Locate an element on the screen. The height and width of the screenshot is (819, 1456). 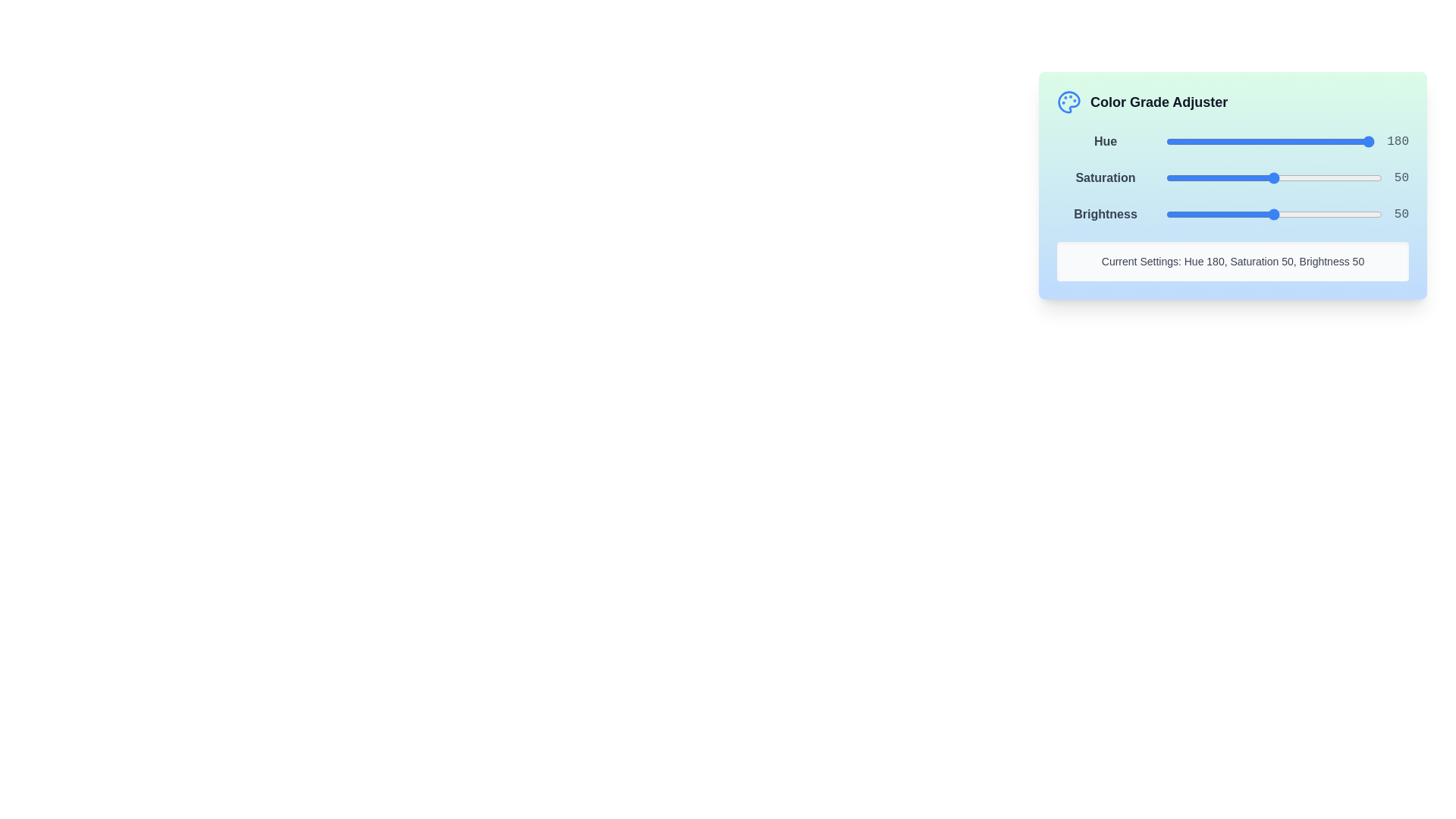
the brightness slider to set the brightness to 53% is located at coordinates (1280, 214).